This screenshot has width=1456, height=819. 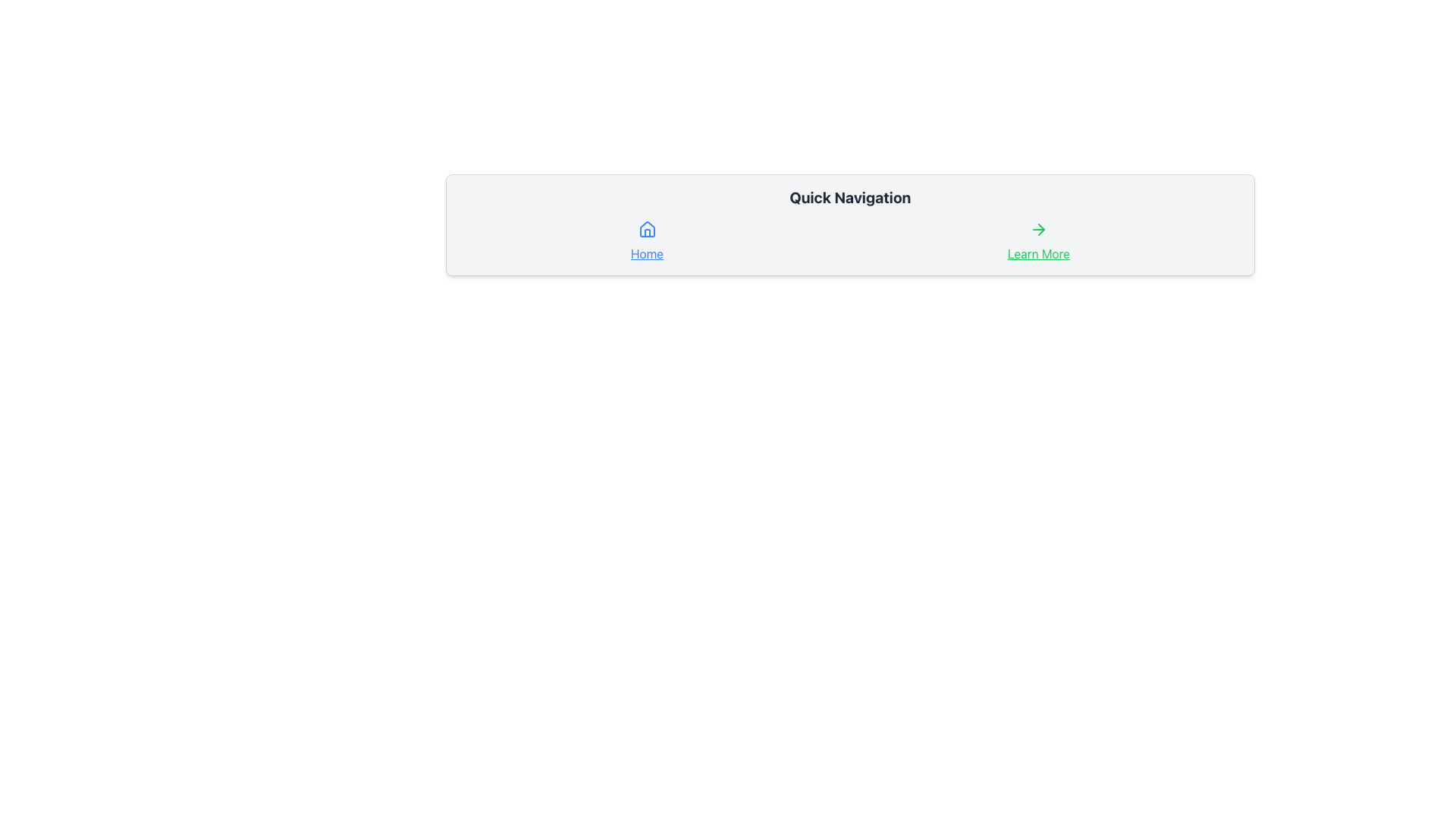 What do you see at coordinates (647, 230) in the screenshot?
I see `the Home icon located at the top left of the Quick Navigation section` at bounding box center [647, 230].